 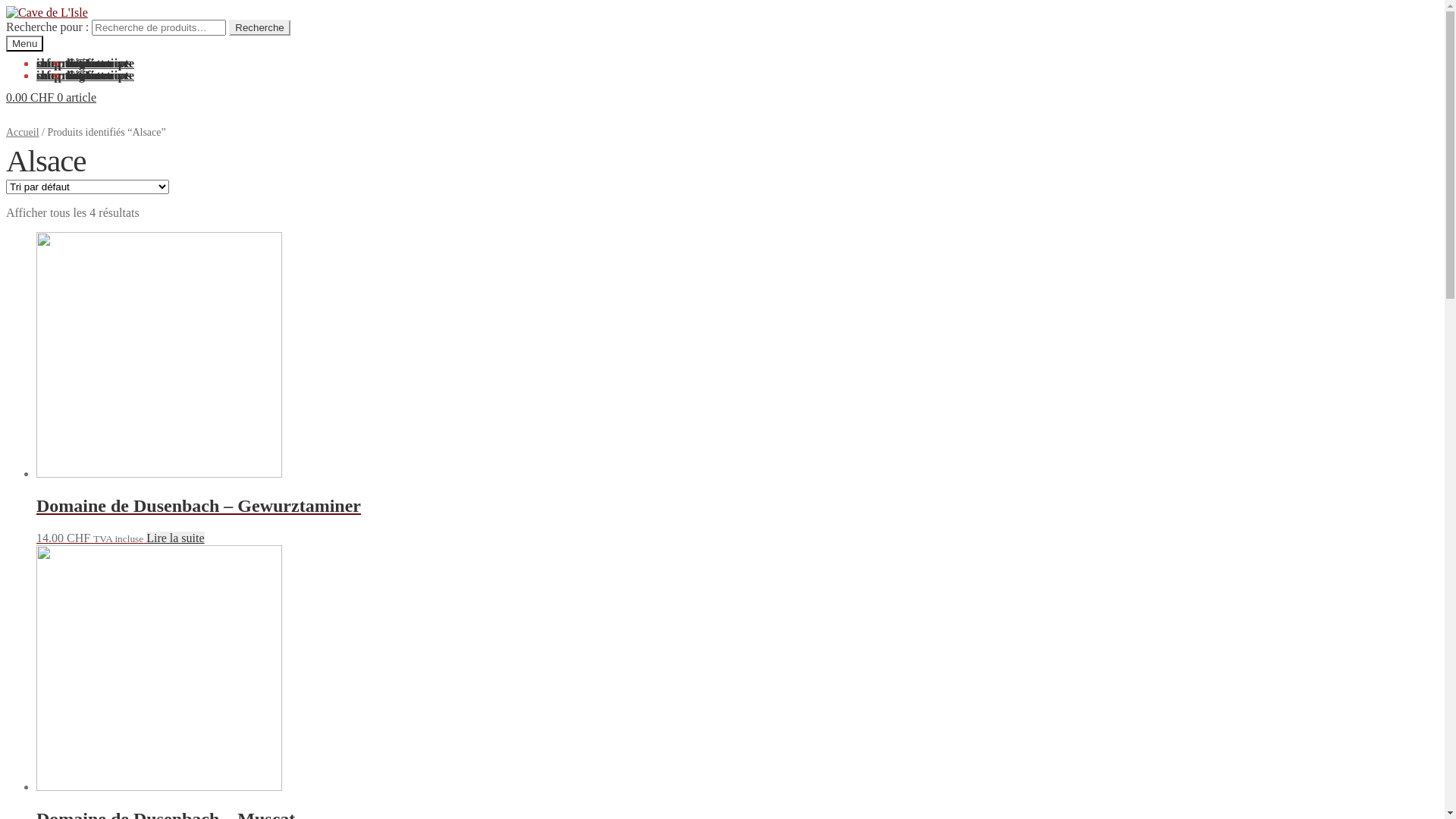 What do you see at coordinates (65, 75) in the screenshot?
I see `'CGV'` at bounding box center [65, 75].